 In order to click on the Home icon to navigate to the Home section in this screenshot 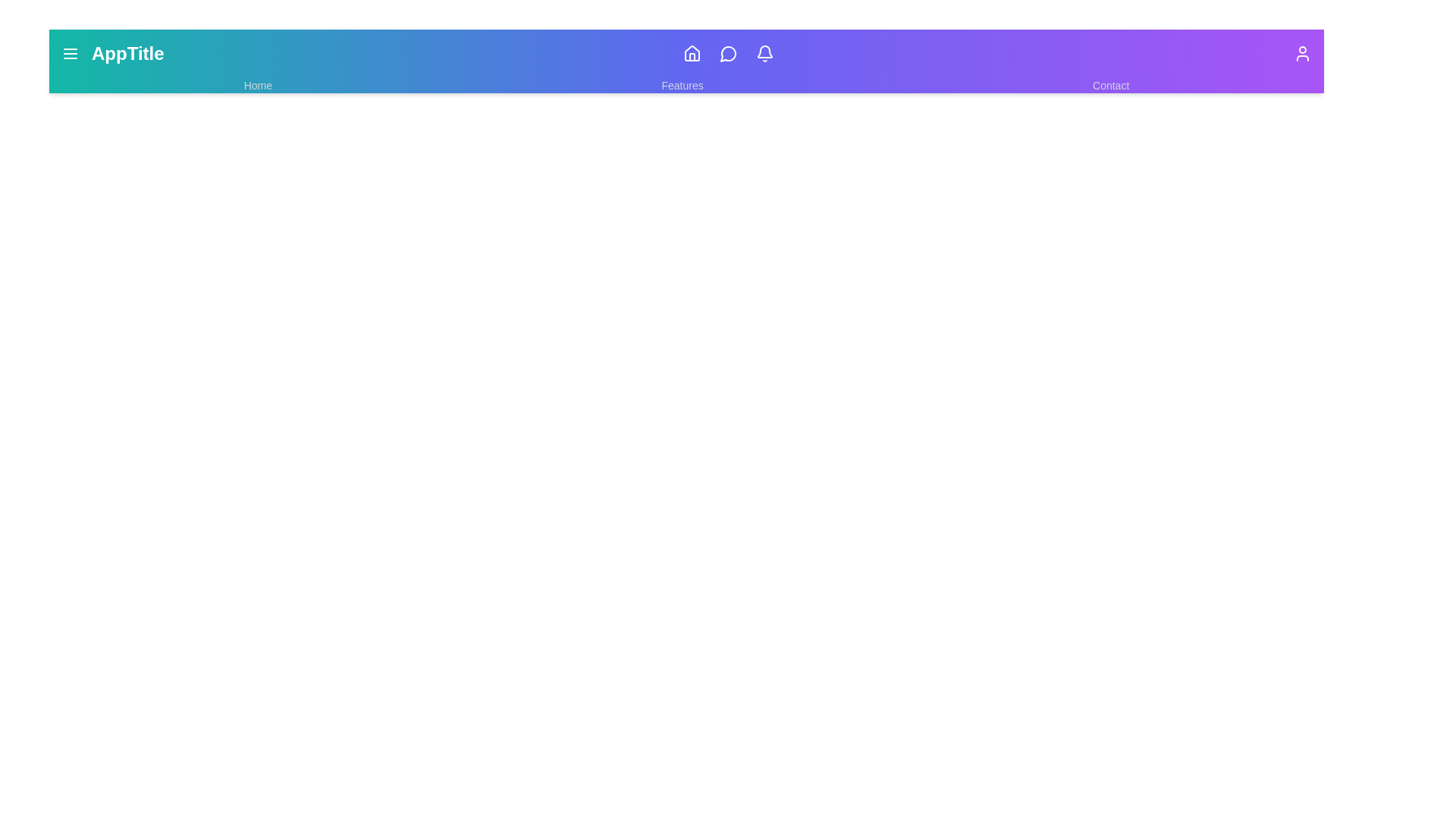, I will do `click(692, 52)`.